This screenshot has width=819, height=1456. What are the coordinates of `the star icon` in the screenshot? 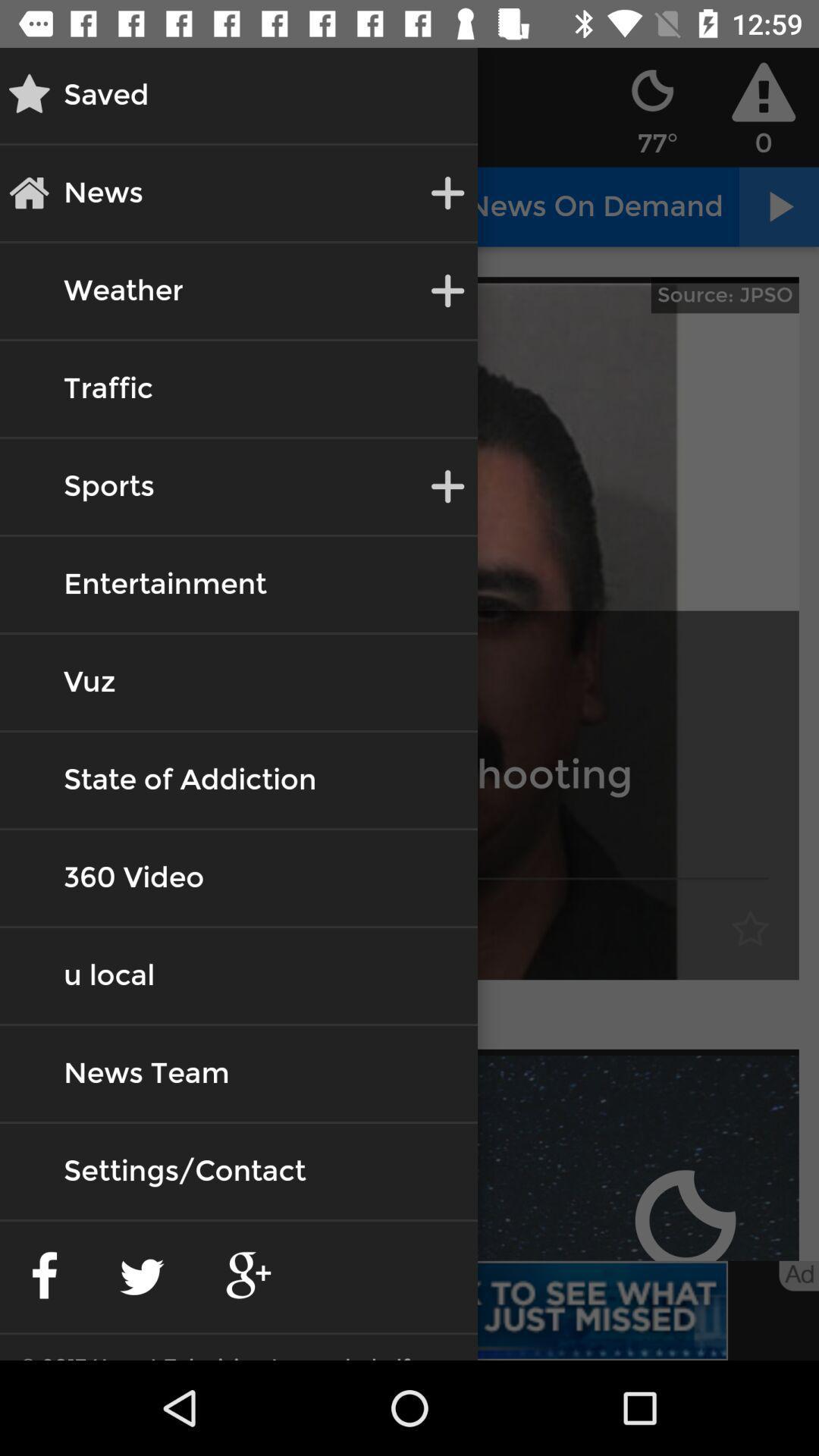 It's located at (55, 102).